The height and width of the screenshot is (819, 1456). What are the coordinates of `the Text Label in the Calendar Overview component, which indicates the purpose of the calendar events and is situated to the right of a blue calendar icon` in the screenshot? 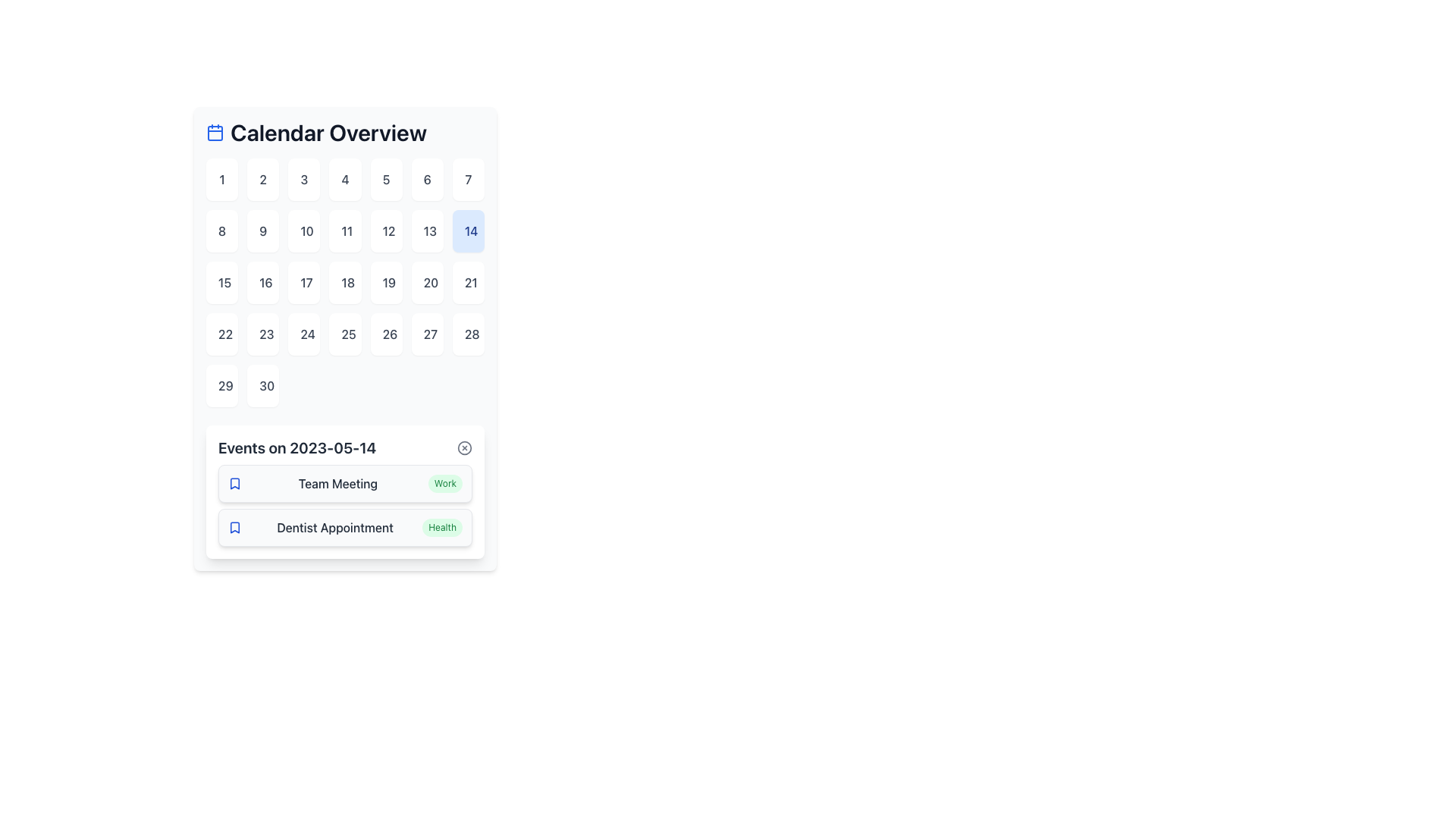 It's located at (328, 131).